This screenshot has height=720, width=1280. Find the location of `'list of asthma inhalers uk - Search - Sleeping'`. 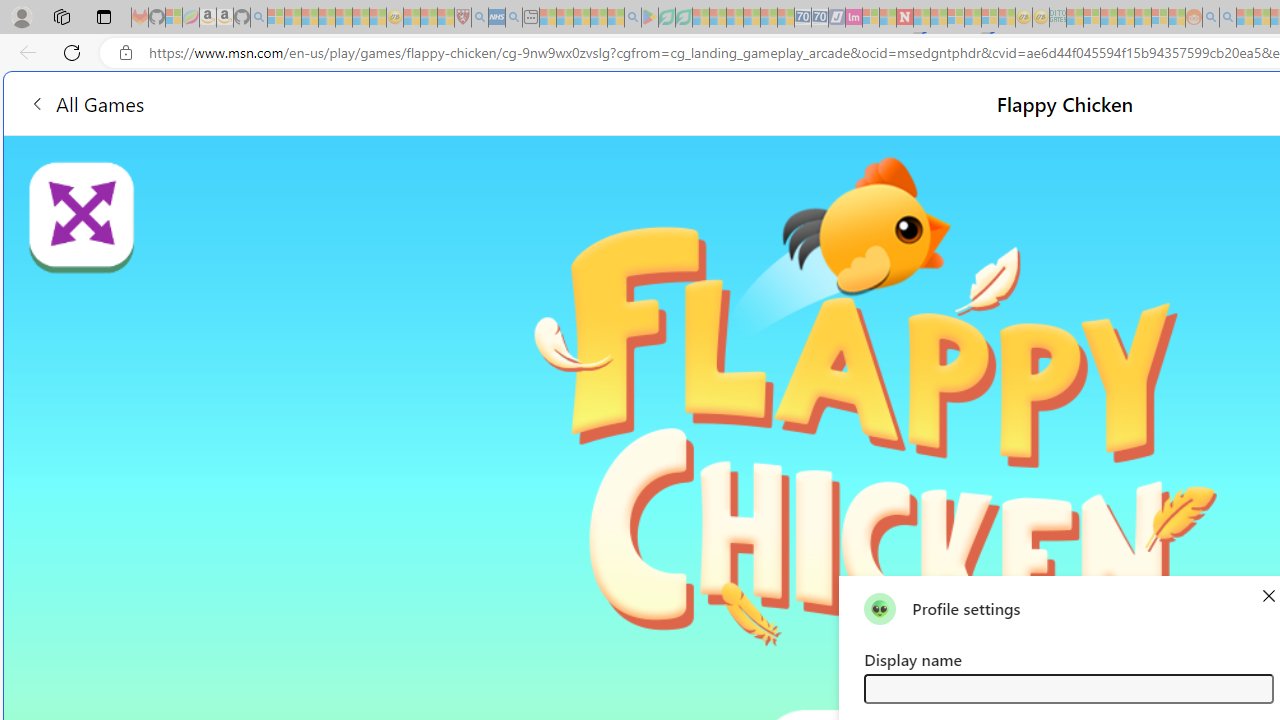

'list of asthma inhalers uk - Search - Sleeping' is located at coordinates (480, 17).